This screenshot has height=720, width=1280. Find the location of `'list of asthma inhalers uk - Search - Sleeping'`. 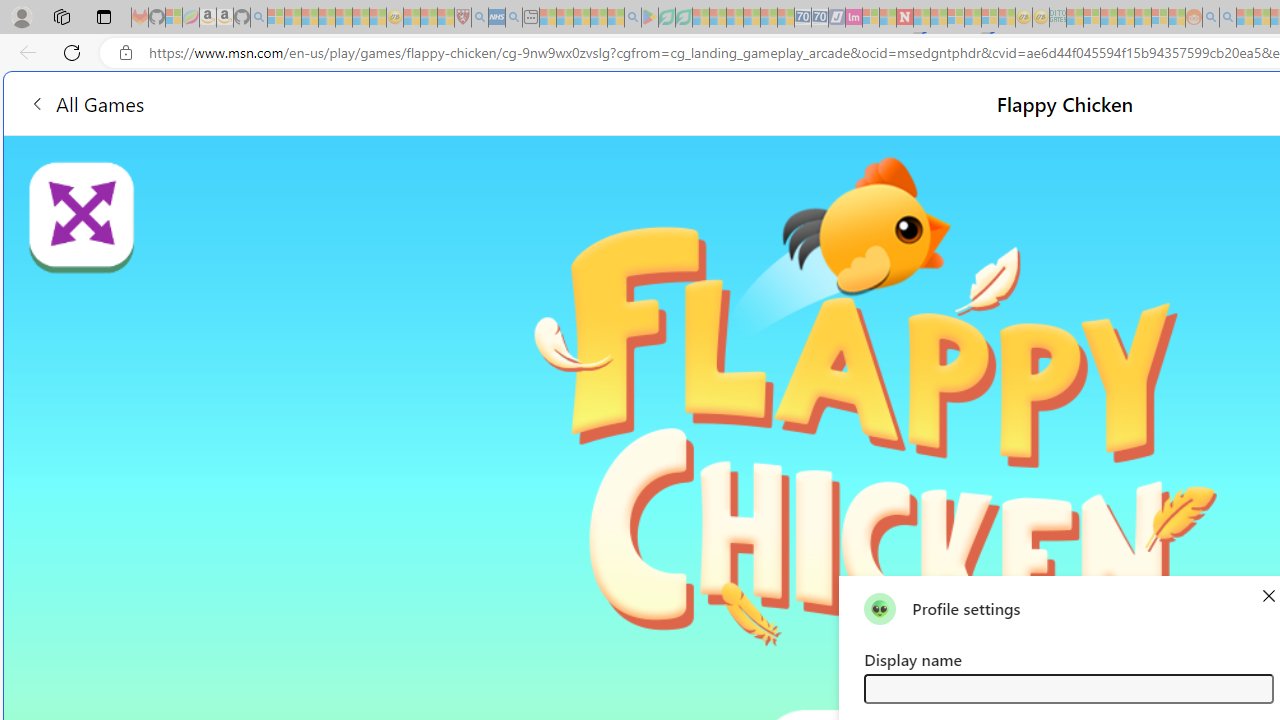

'list of asthma inhalers uk - Search - Sleeping' is located at coordinates (480, 17).